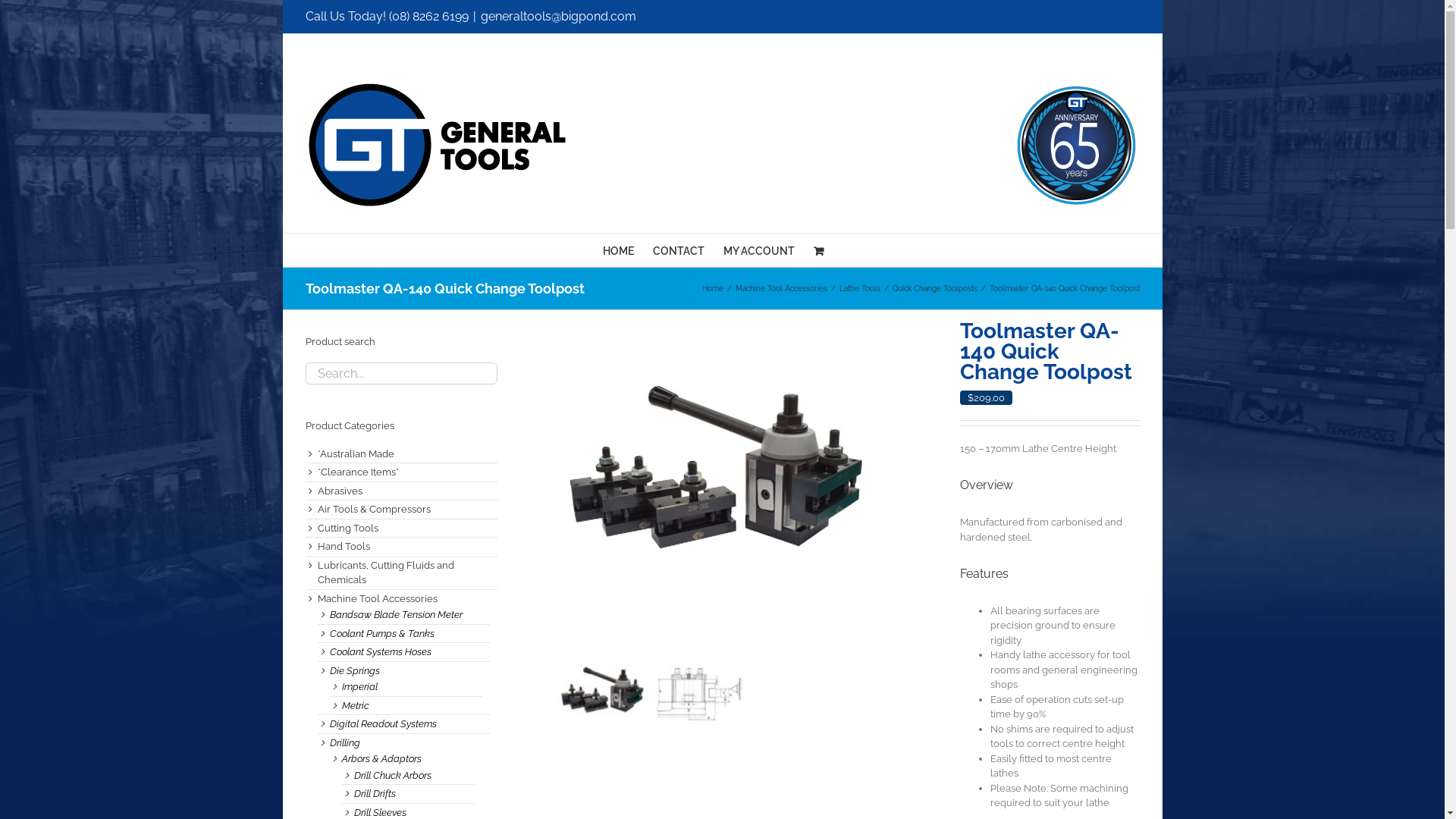 Image resolution: width=1456 pixels, height=819 pixels. What do you see at coordinates (356, 471) in the screenshot?
I see `'*Clearance Items*'` at bounding box center [356, 471].